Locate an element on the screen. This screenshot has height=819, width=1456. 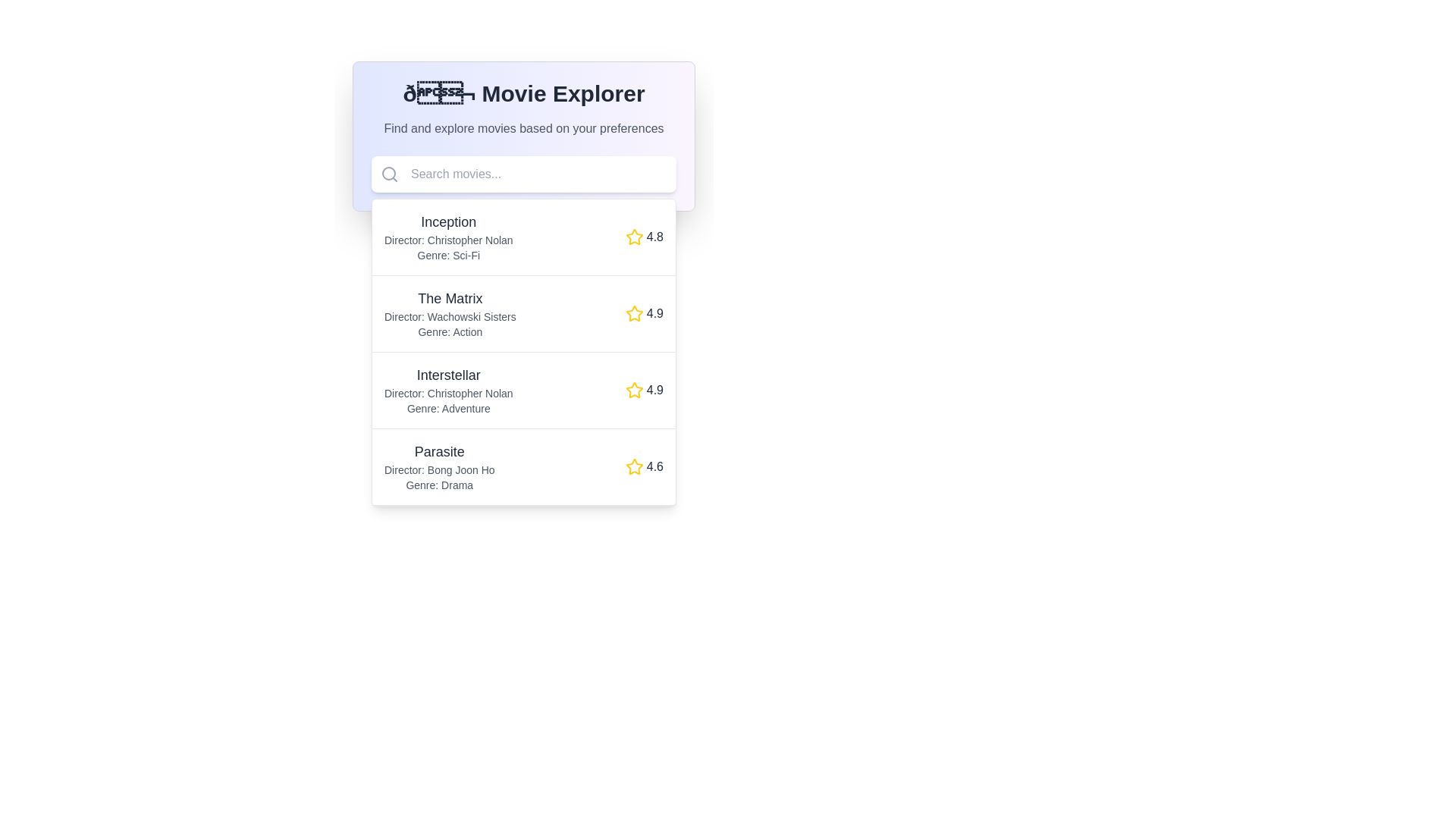
the rating displayed as a yellow star icon with the number '4.9' in bold text, located at the bottom-right corner of 'The Matrix' movie entry panel is located at coordinates (644, 312).